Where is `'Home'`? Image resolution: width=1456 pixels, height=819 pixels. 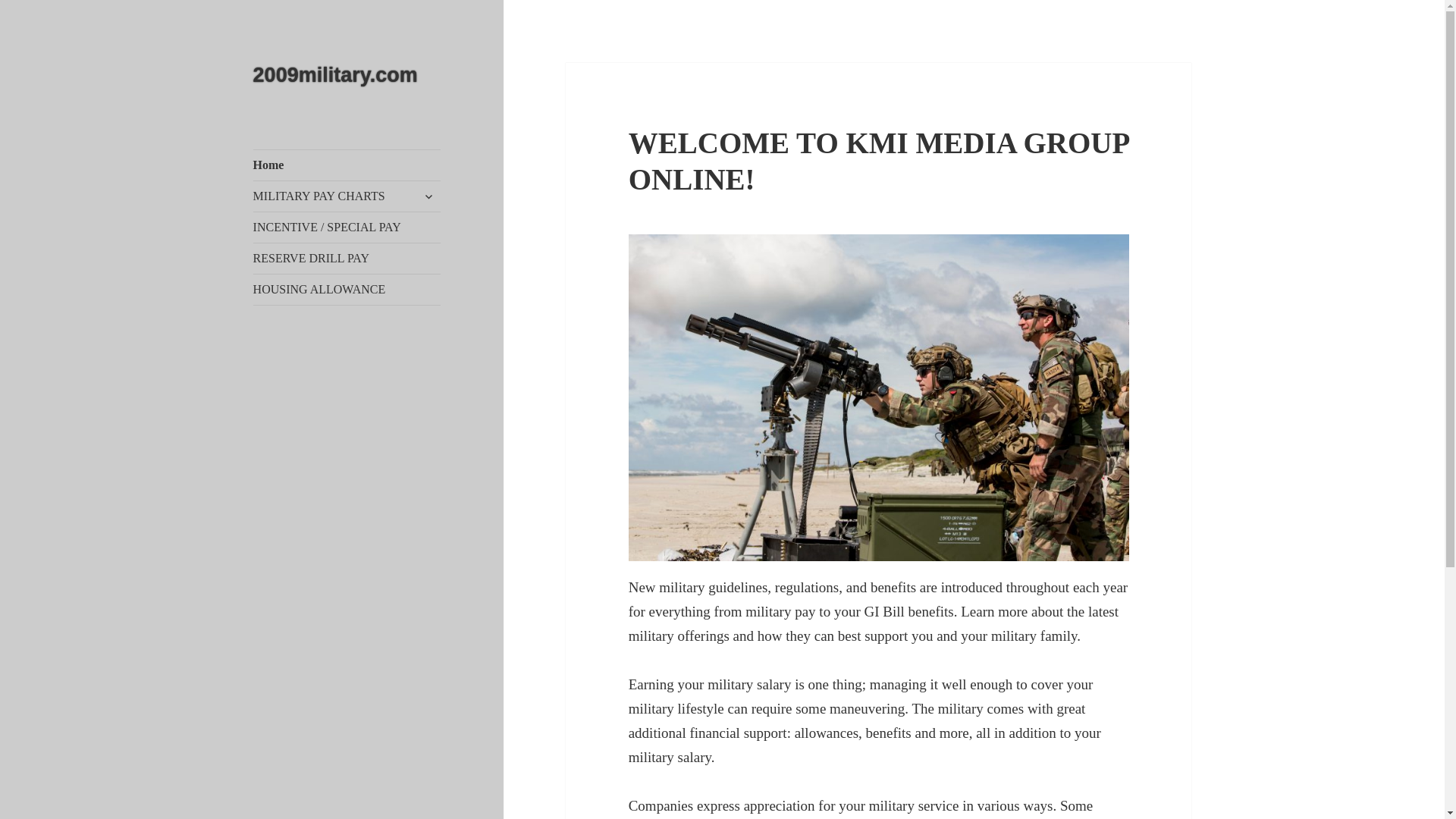 'Home' is located at coordinates (346, 165).